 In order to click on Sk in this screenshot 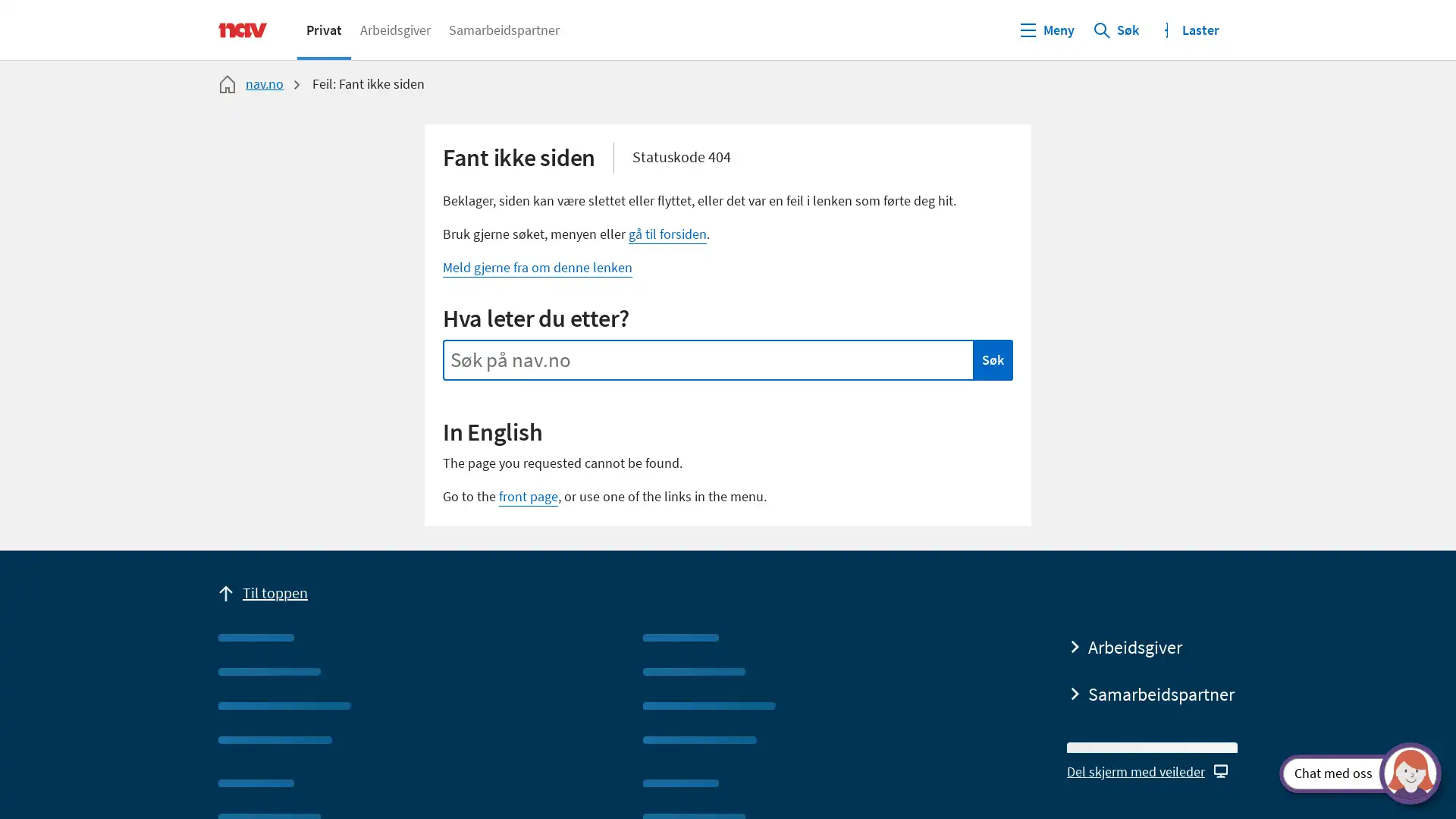, I will do `click(1116, 29)`.